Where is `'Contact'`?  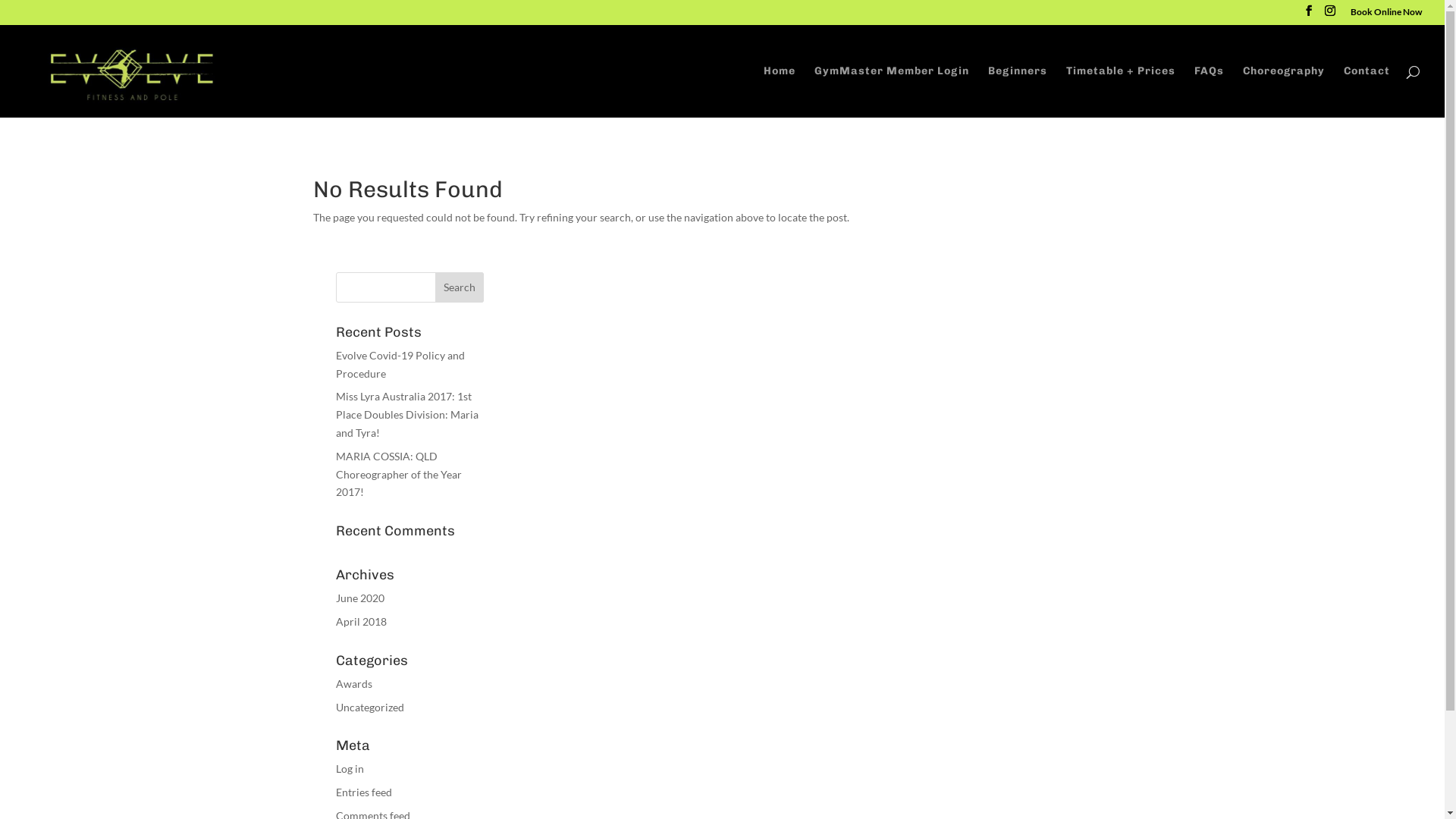
'Contact' is located at coordinates (1367, 90).